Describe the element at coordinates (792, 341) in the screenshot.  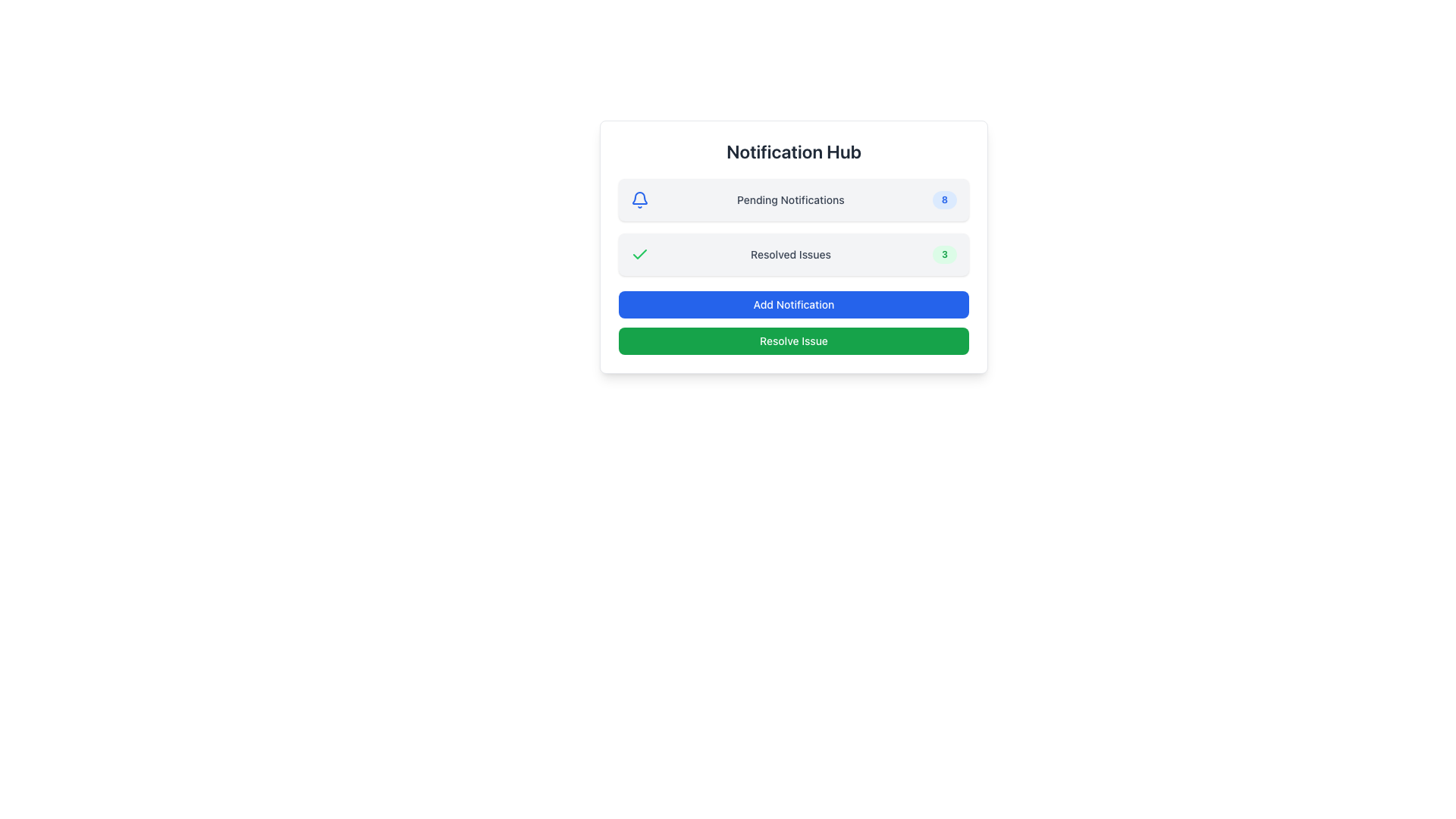
I see `the 'Resolve Issue' button, which has a green background and white text` at that location.